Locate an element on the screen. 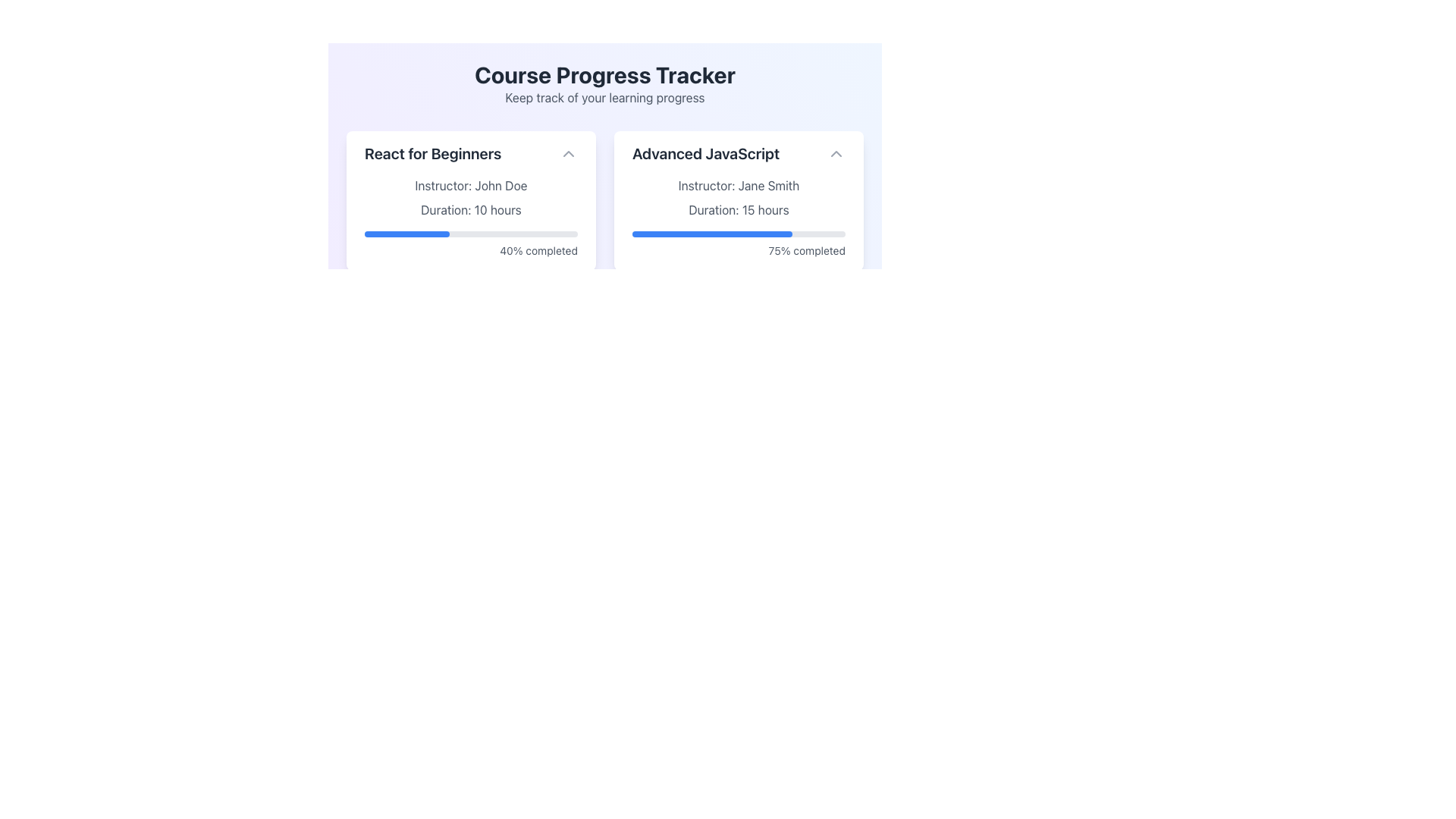  the Chevron Icon located at the top-right corner of the 'Advanced JavaScript' card is located at coordinates (836, 154).